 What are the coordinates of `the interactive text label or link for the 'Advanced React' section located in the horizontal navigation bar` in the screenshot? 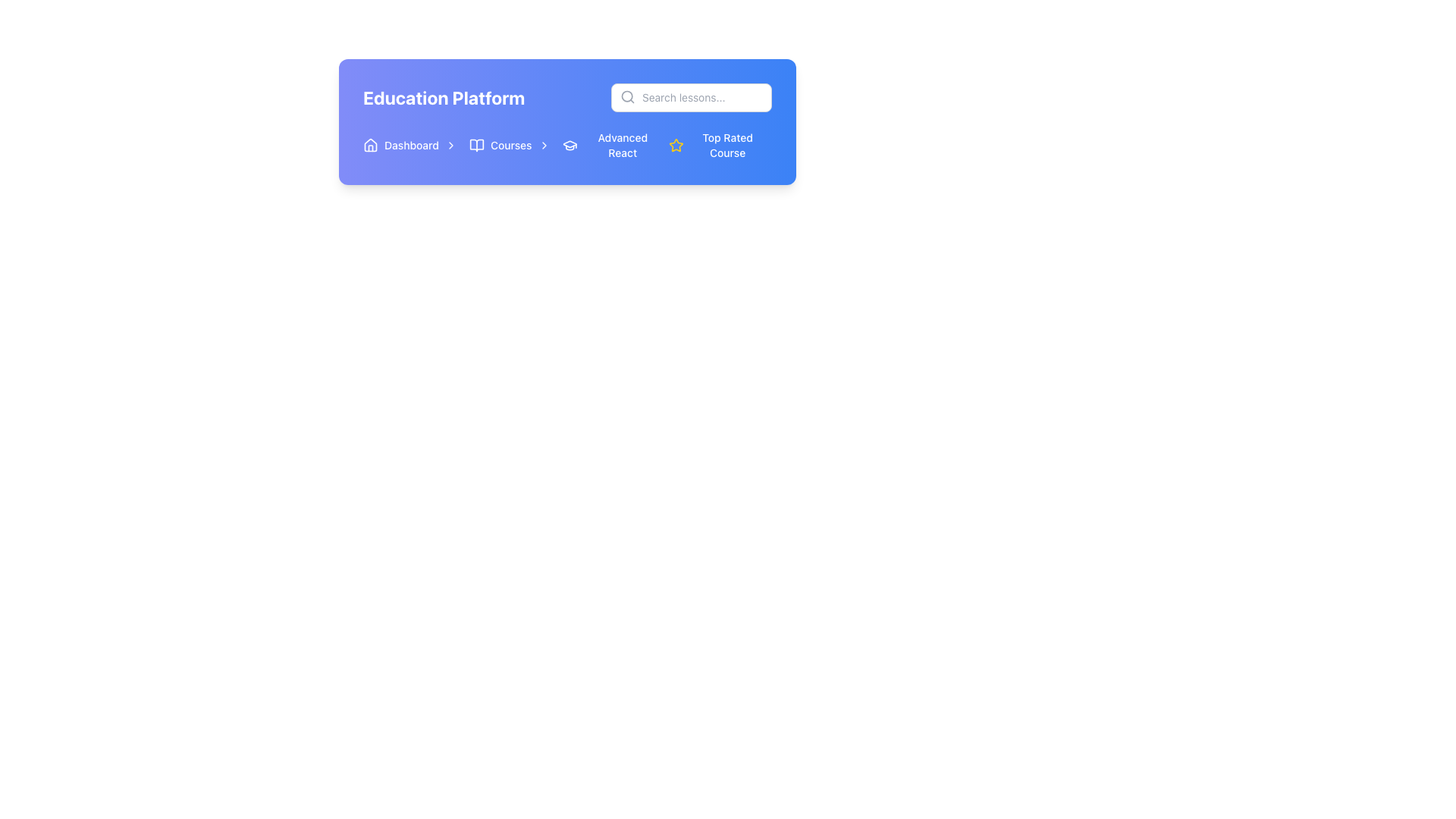 It's located at (623, 146).